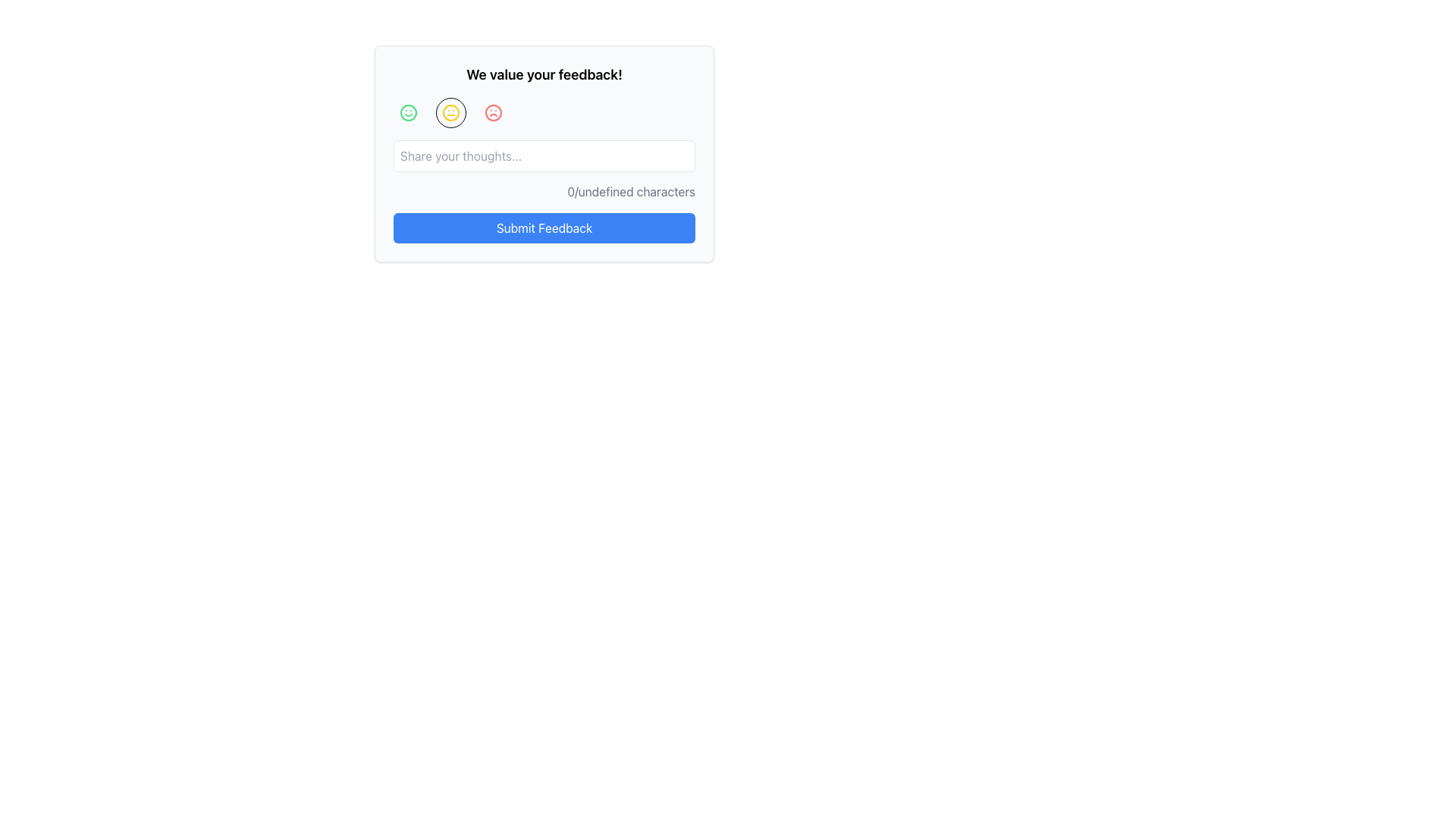  What do you see at coordinates (544, 75) in the screenshot?
I see `the text block that displays 'We value your feedback!' at the top of the feedback form card` at bounding box center [544, 75].